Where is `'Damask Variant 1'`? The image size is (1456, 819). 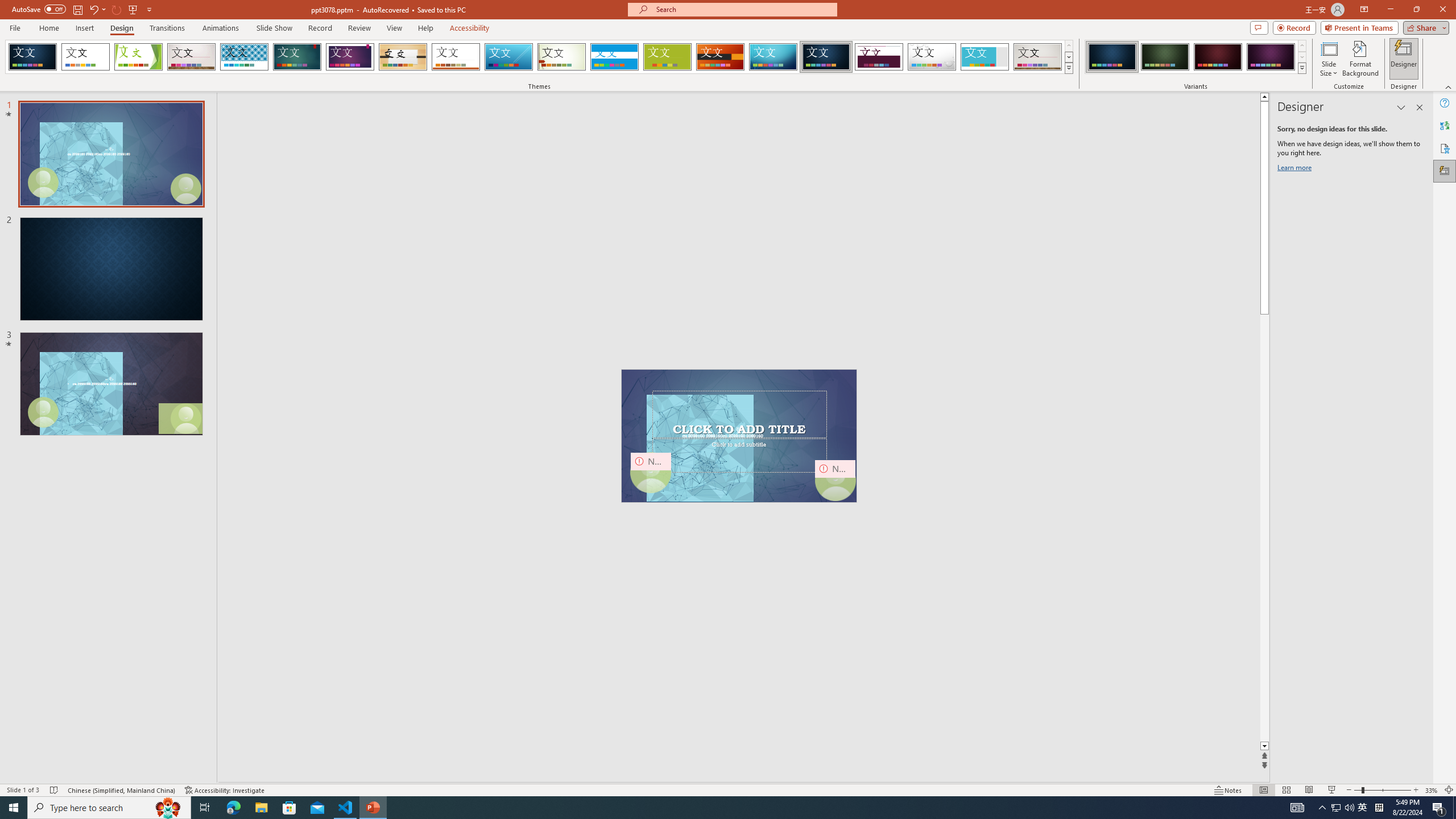 'Damask Variant 1' is located at coordinates (1111, 56).